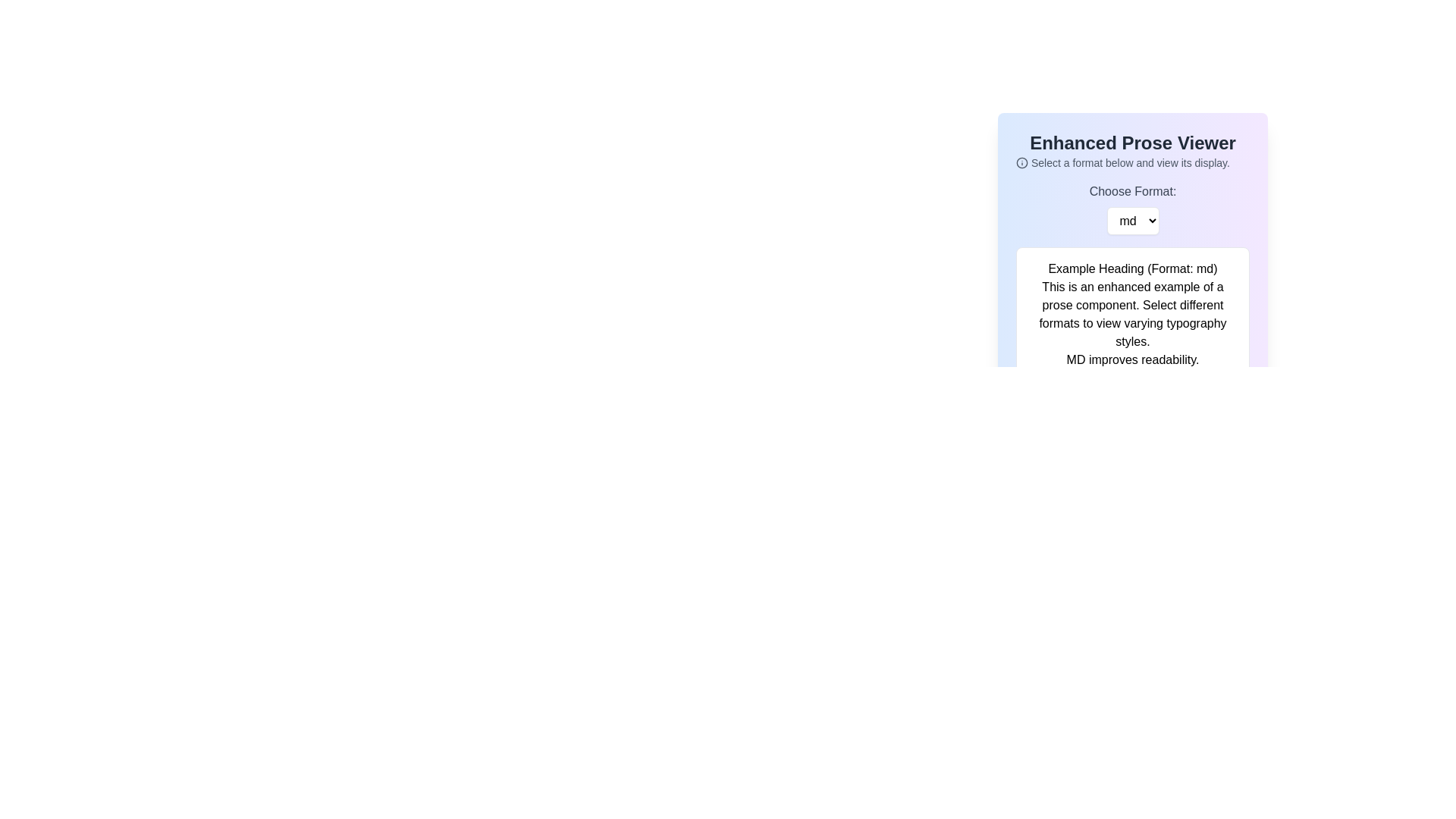 This screenshot has height=819, width=1456. I want to click on the dropdown menu labeled 'Choose Format:', so click(1132, 231).